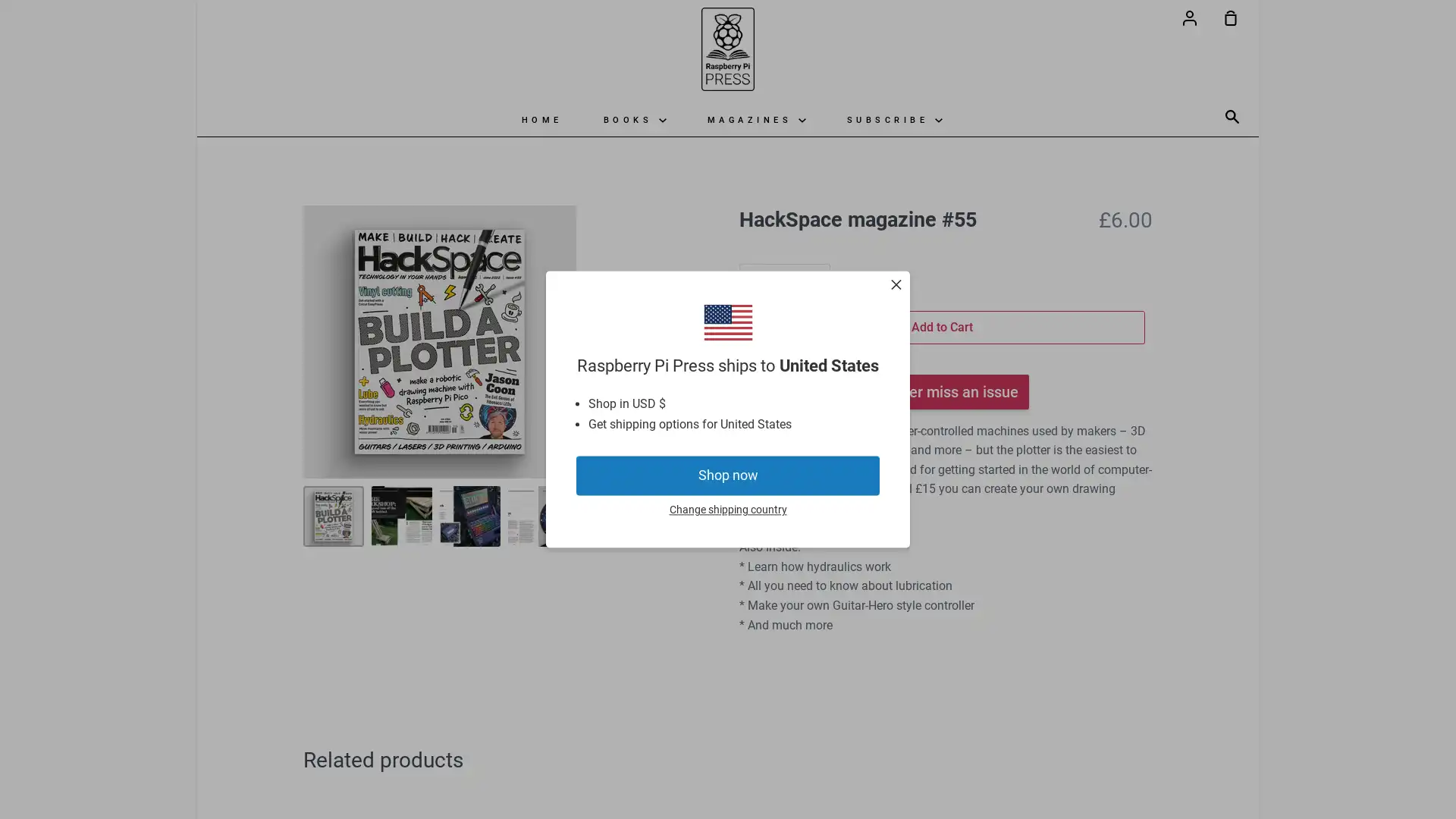 Image resolution: width=1456 pixels, height=819 pixels. Describe the element at coordinates (726, 510) in the screenshot. I see `Change shipping country` at that location.